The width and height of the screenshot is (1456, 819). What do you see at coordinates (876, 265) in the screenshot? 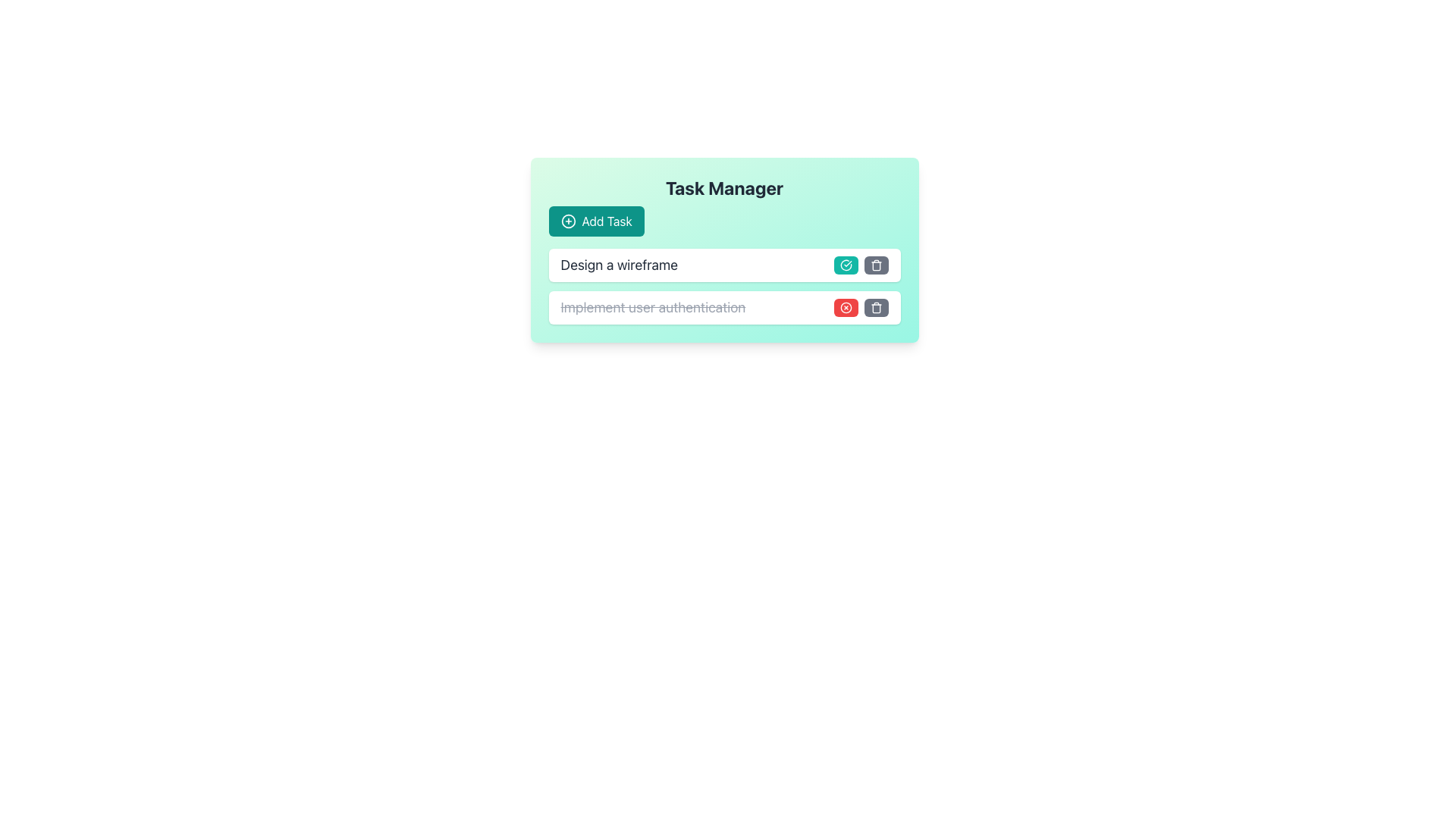
I see `the trashcan button with a gray background and white text, positioned to the far right of the action buttons` at bounding box center [876, 265].